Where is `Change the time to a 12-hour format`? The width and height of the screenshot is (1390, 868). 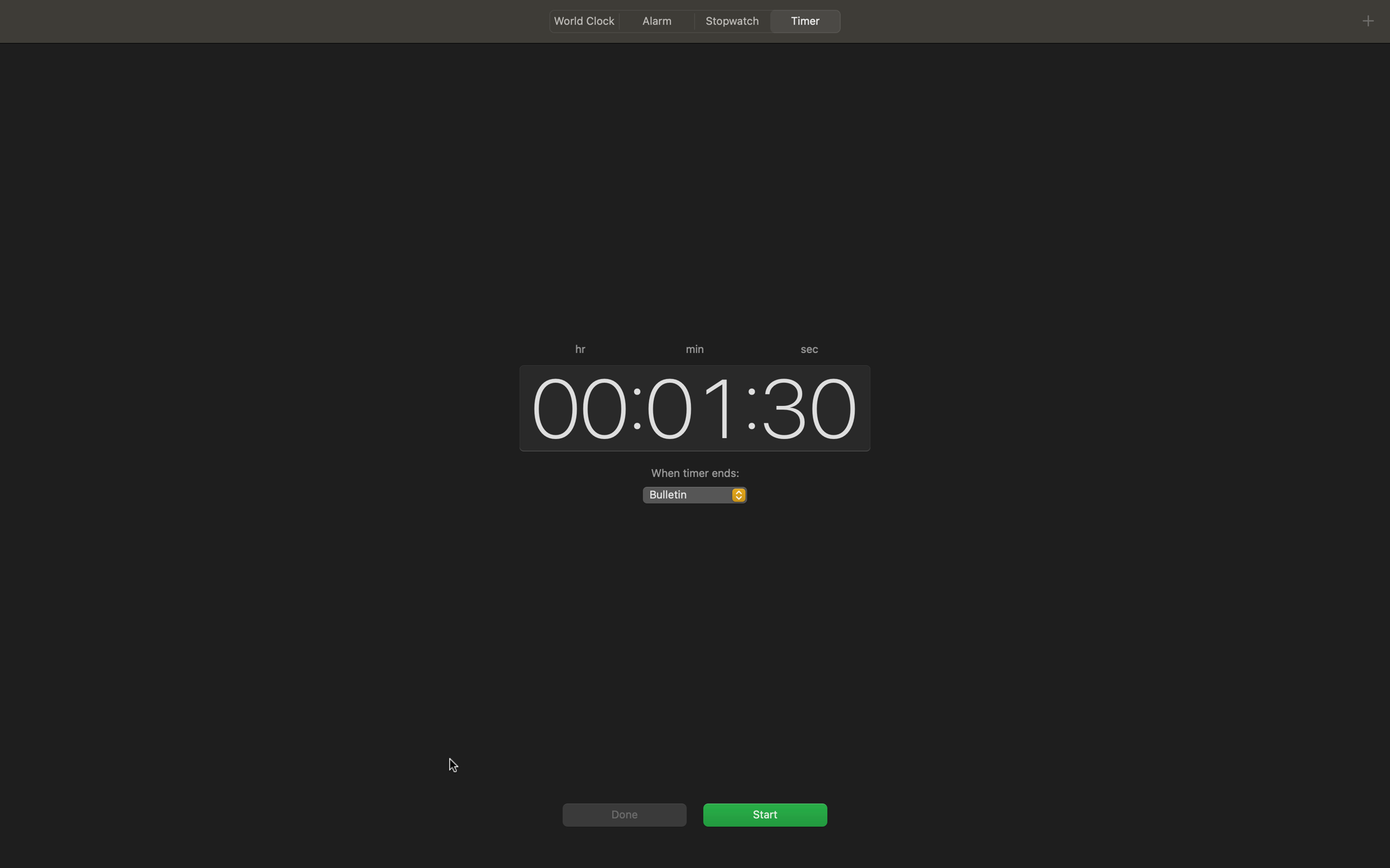
Change the time to a 12-hour format is located at coordinates (574, 406).